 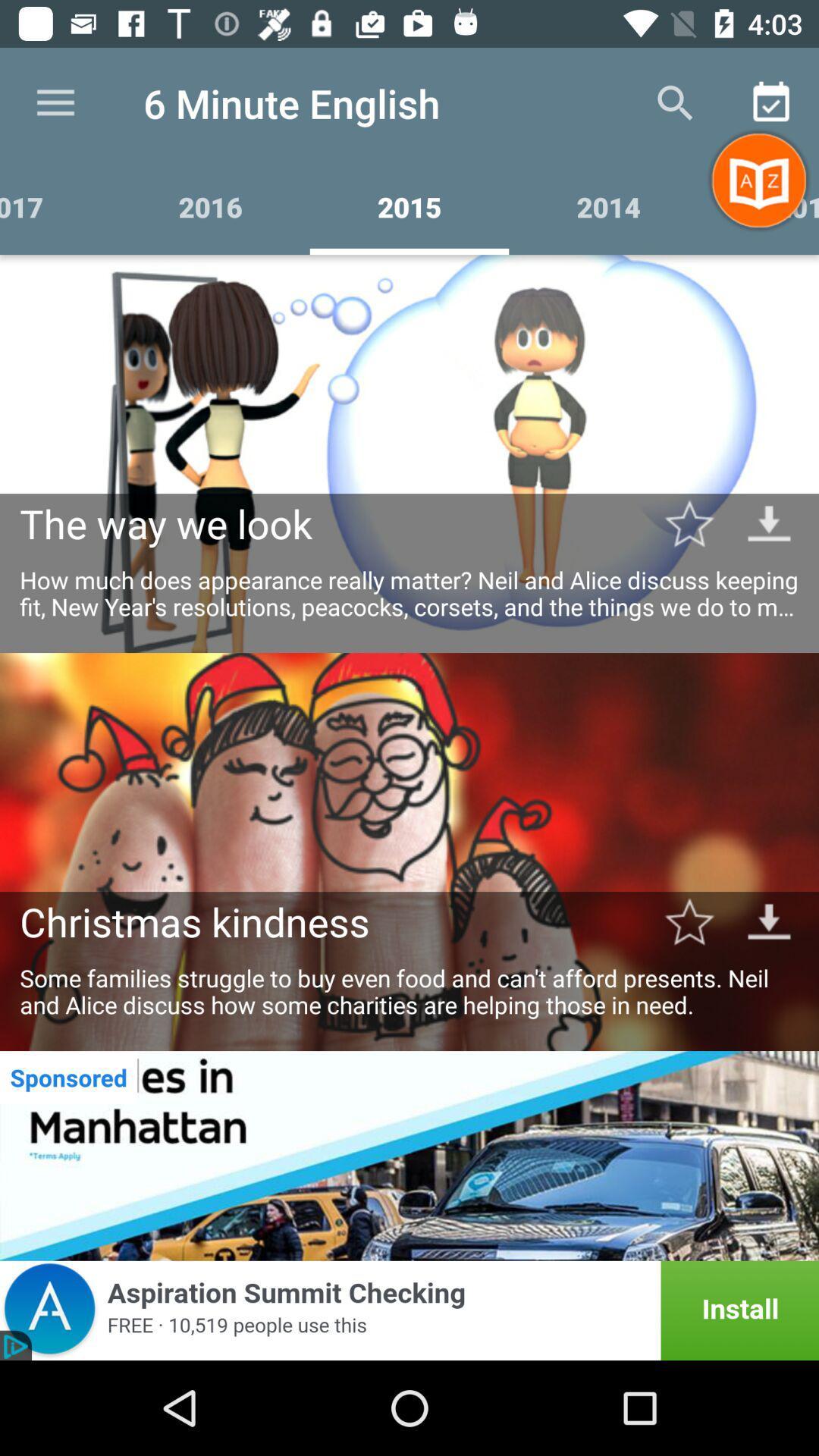 I want to click on the icon above the 2013, so click(x=771, y=102).